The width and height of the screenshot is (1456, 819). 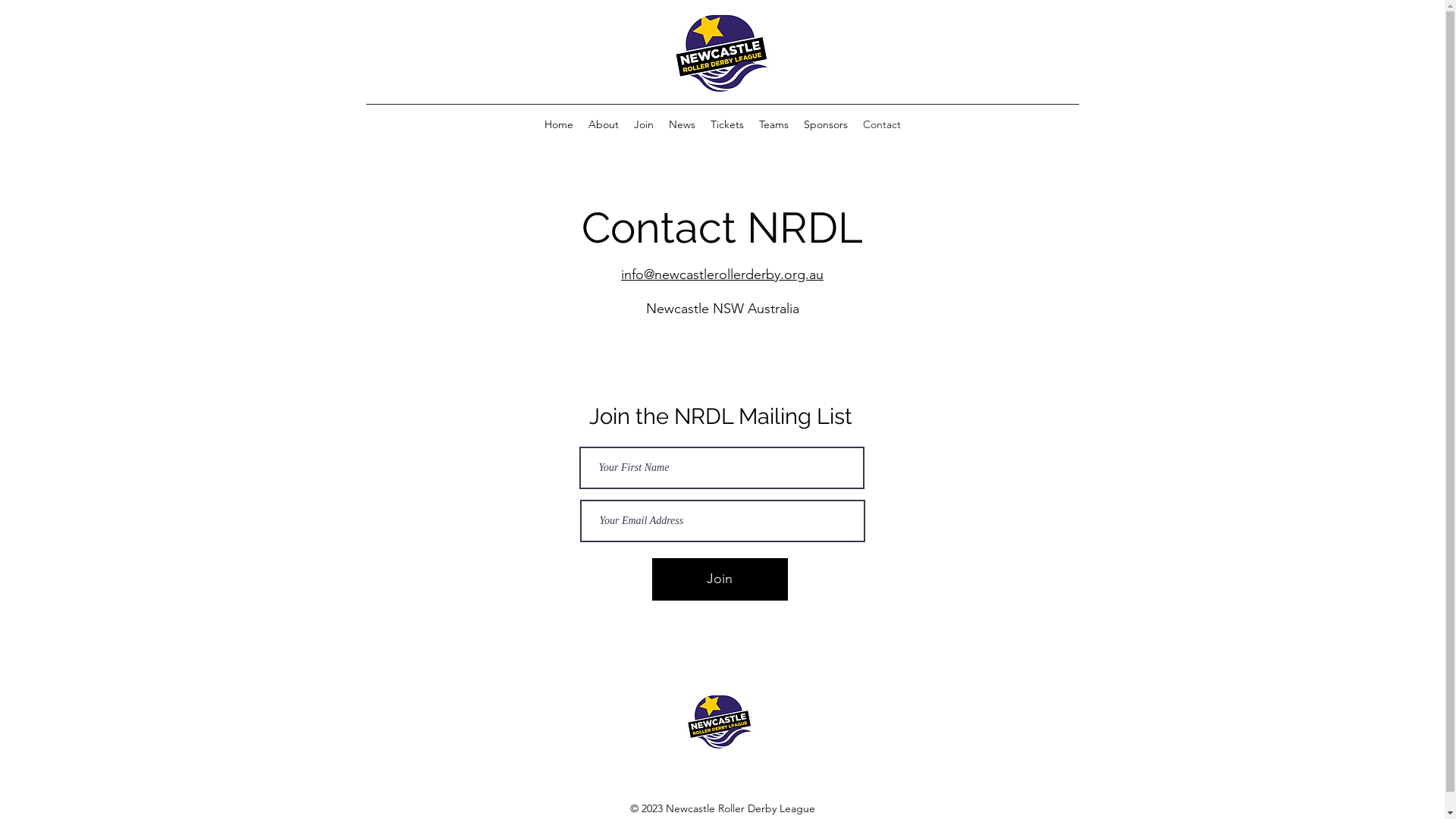 I want to click on 'Tickets', so click(x=726, y=124).